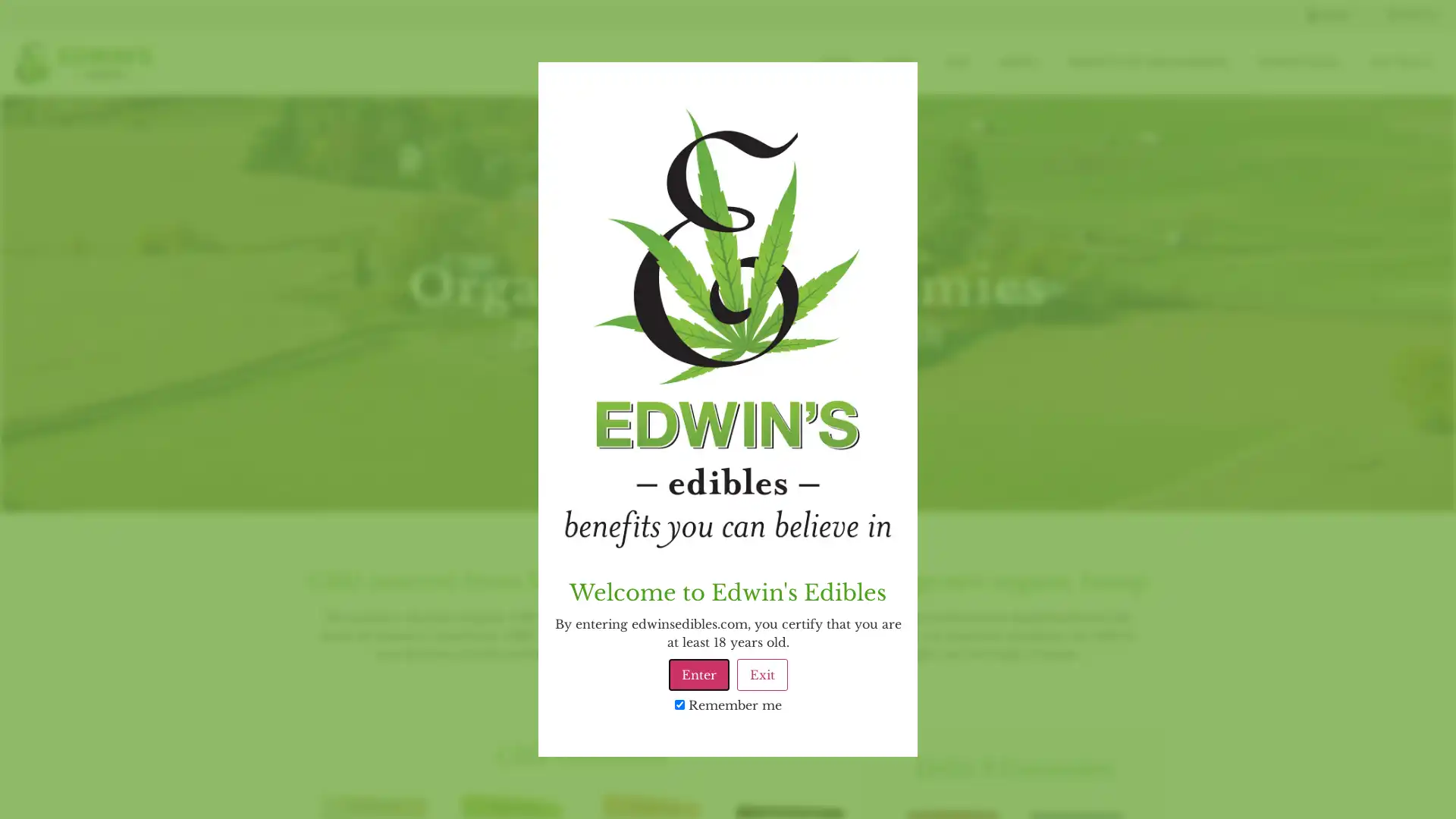 This screenshot has height=819, width=1456. I want to click on Exit, so click(761, 674).